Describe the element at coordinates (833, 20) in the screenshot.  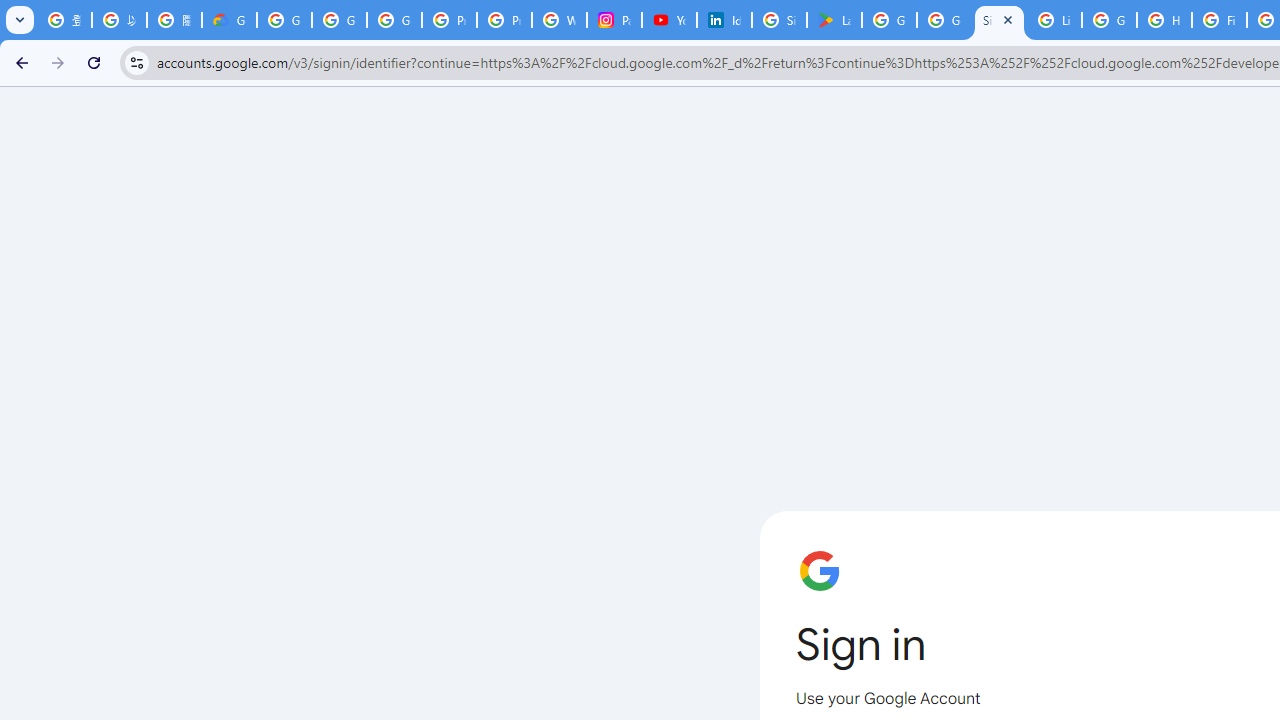
I see `'Last Shelter: Survival - Apps on Google Play'` at that location.